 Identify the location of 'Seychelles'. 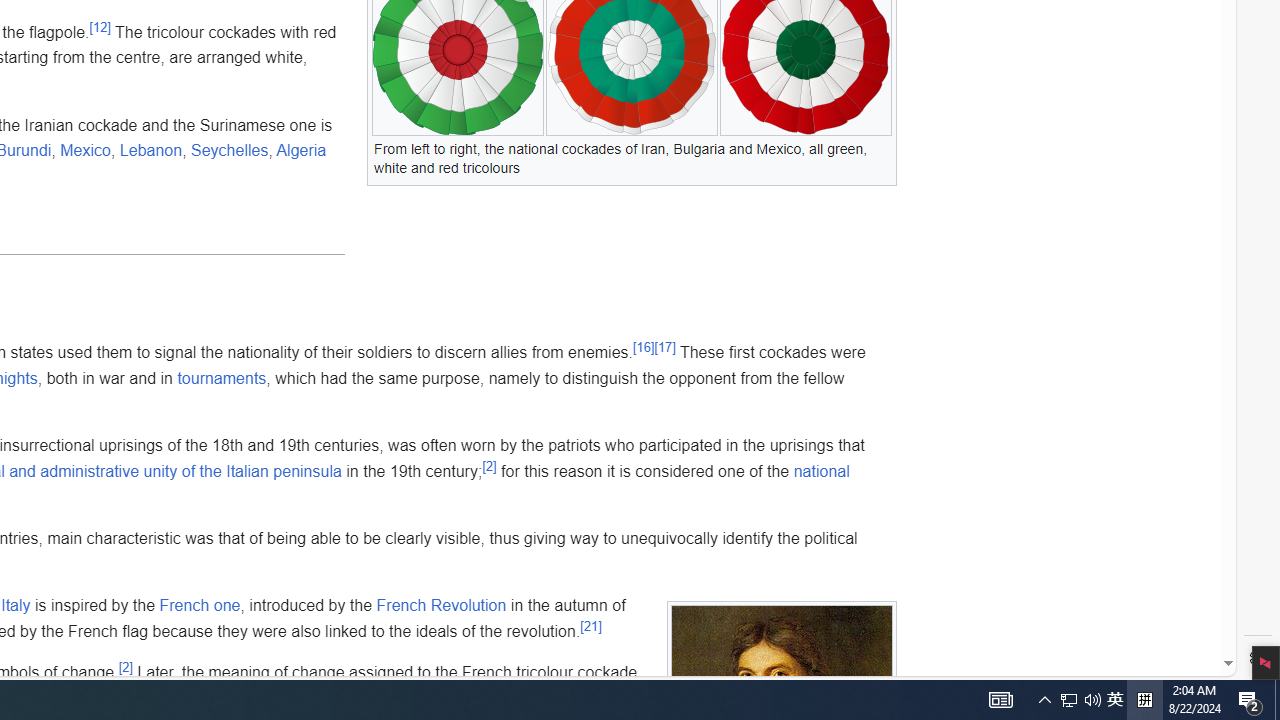
(229, 149).